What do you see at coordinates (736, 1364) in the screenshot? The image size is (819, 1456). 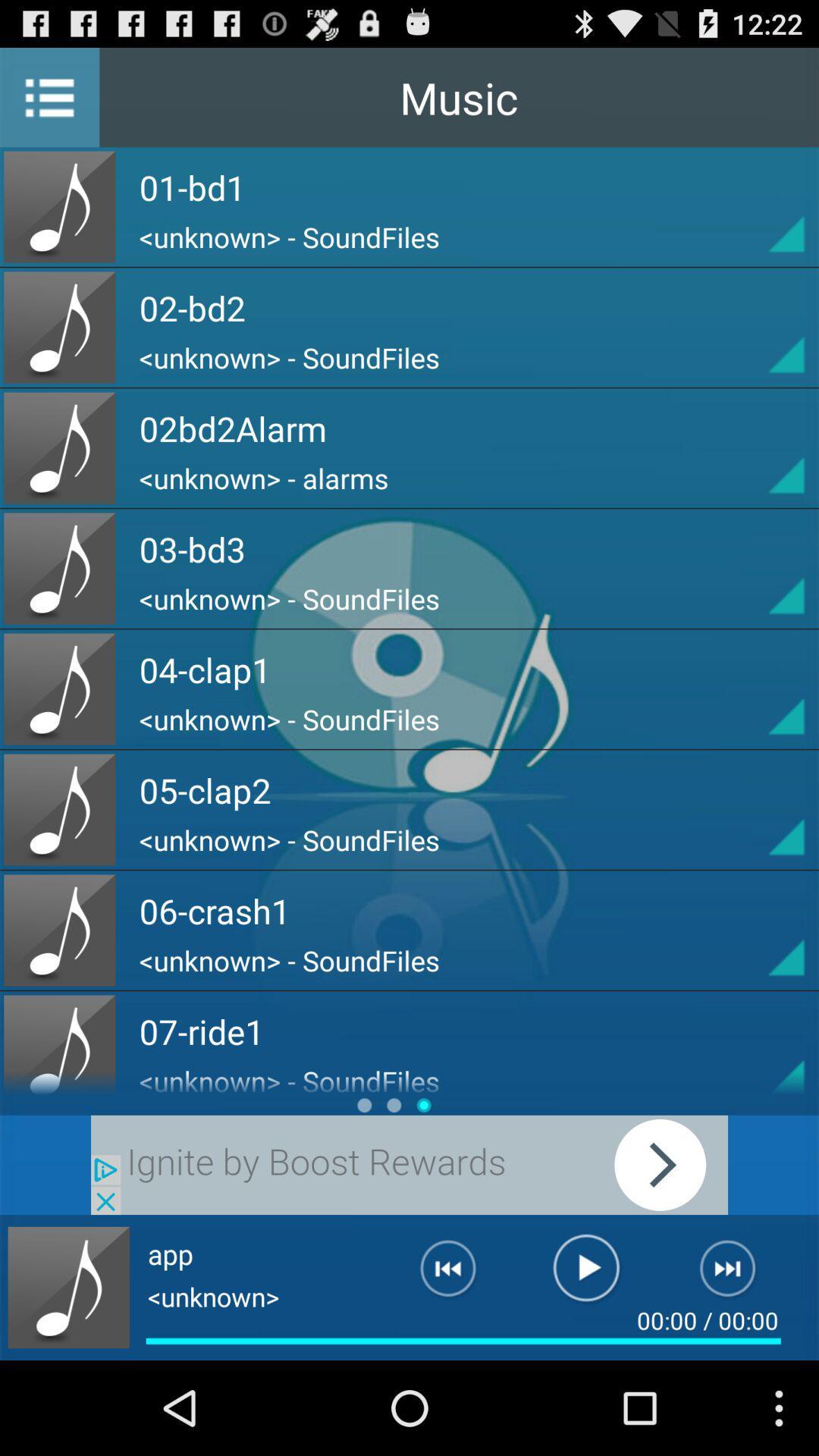 I see `the skip_next icon` at bounding box center [736, 1364].